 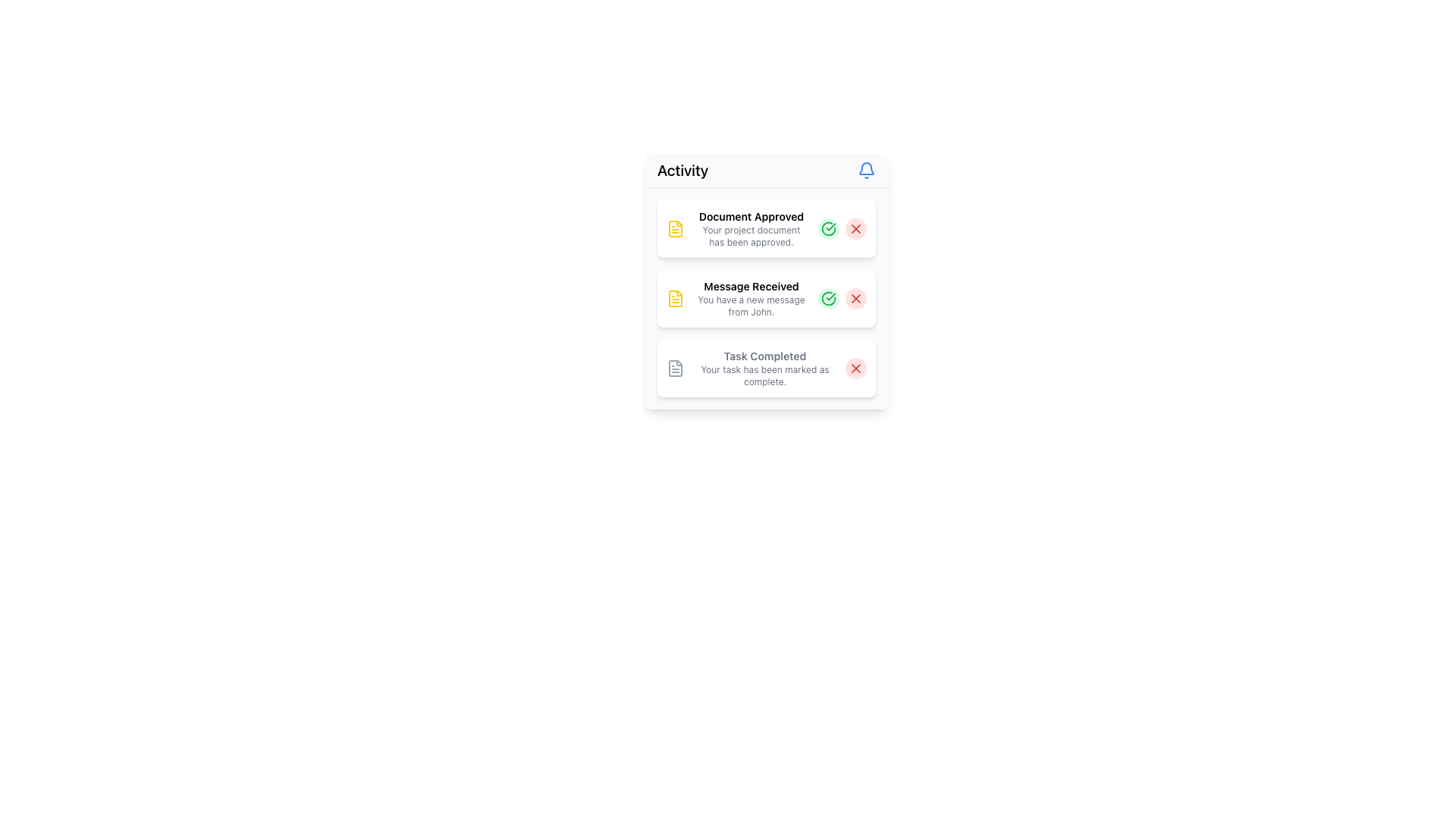 I want to click on the circular green icon button with a checkmark graphic located in the 'Activity' list, to confirm or approve the associated item, so click(x=828, y=298).